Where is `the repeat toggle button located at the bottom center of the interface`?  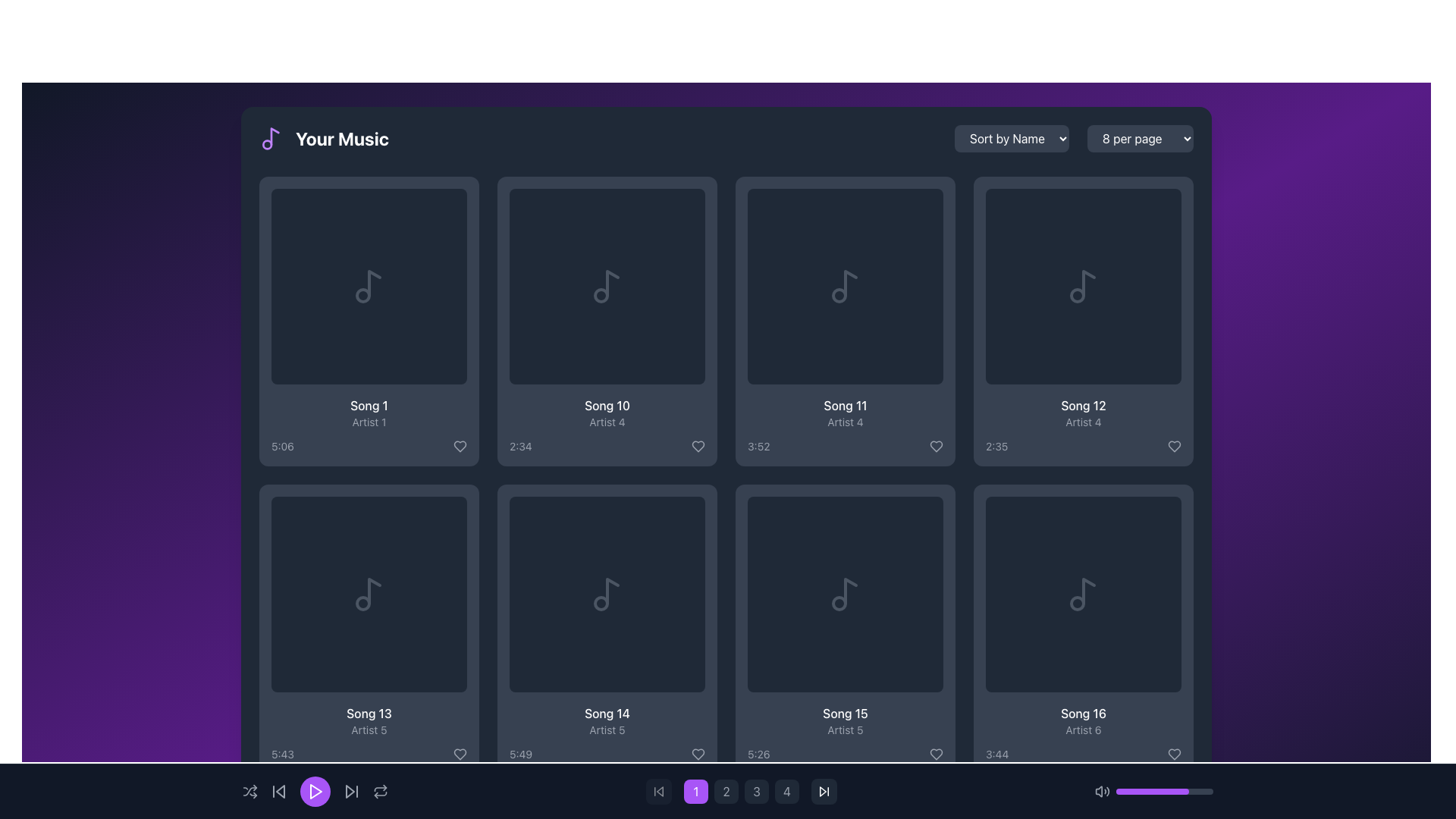
the repeat toggle button located at the bottom center of the interface is located at coordinates (381, 791).